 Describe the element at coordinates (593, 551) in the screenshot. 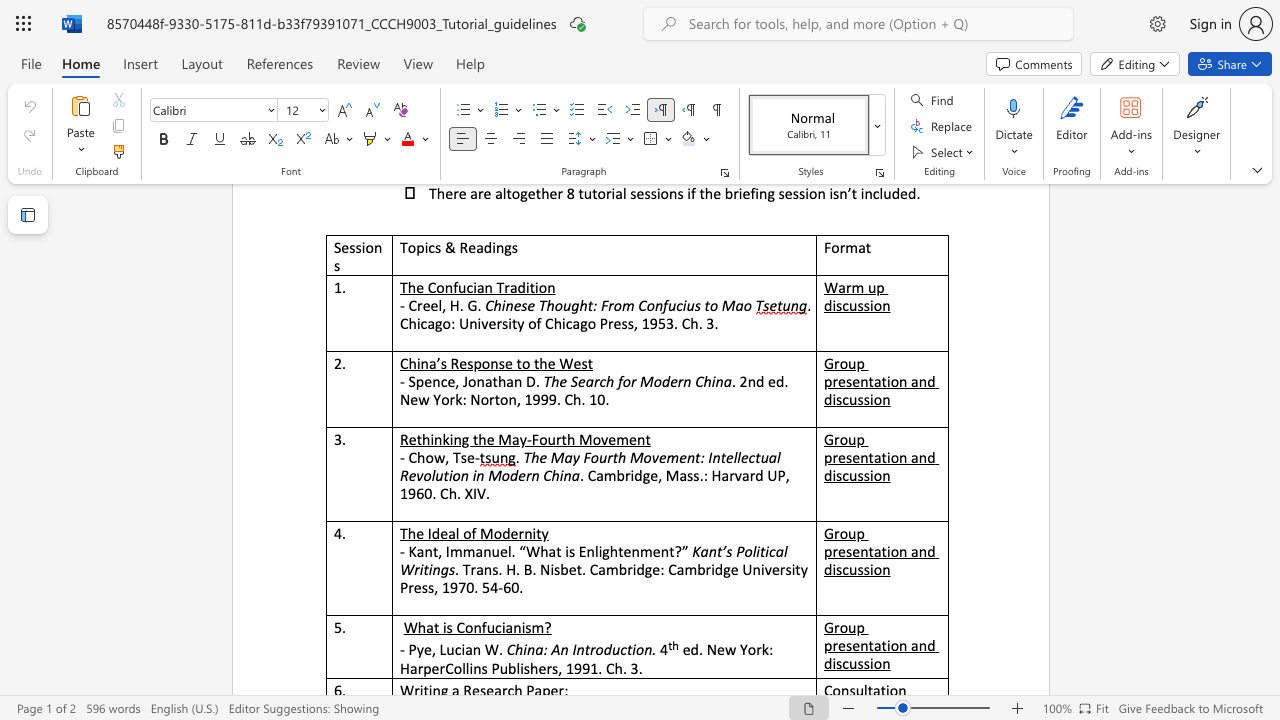

I see `the subset text "ligh" within the text "- Kant, Immanuel. “What is Enlightenment?”"` at that location.